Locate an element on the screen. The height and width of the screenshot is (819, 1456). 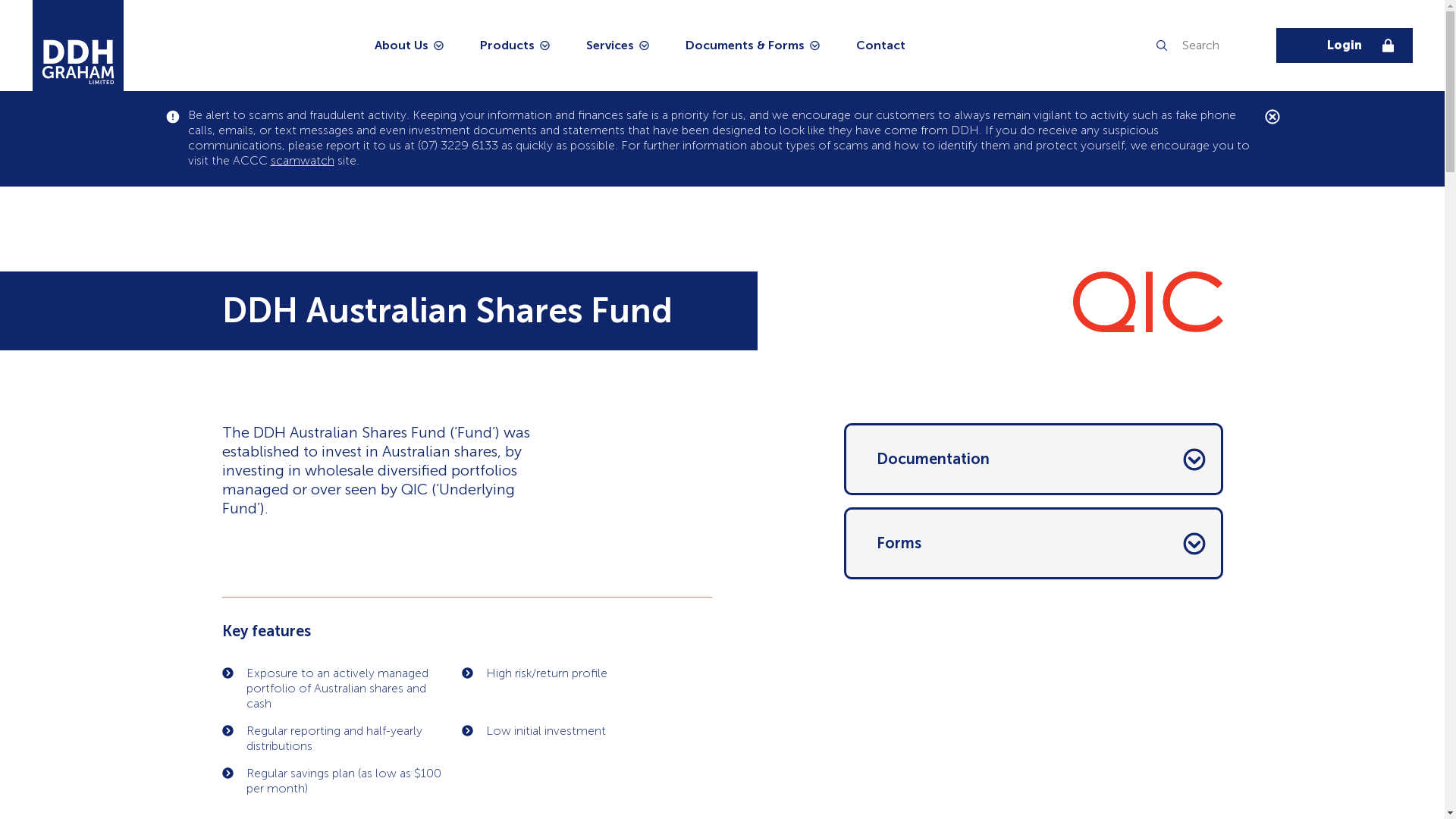
'scamwatch' is located at coordinates (302, 160).